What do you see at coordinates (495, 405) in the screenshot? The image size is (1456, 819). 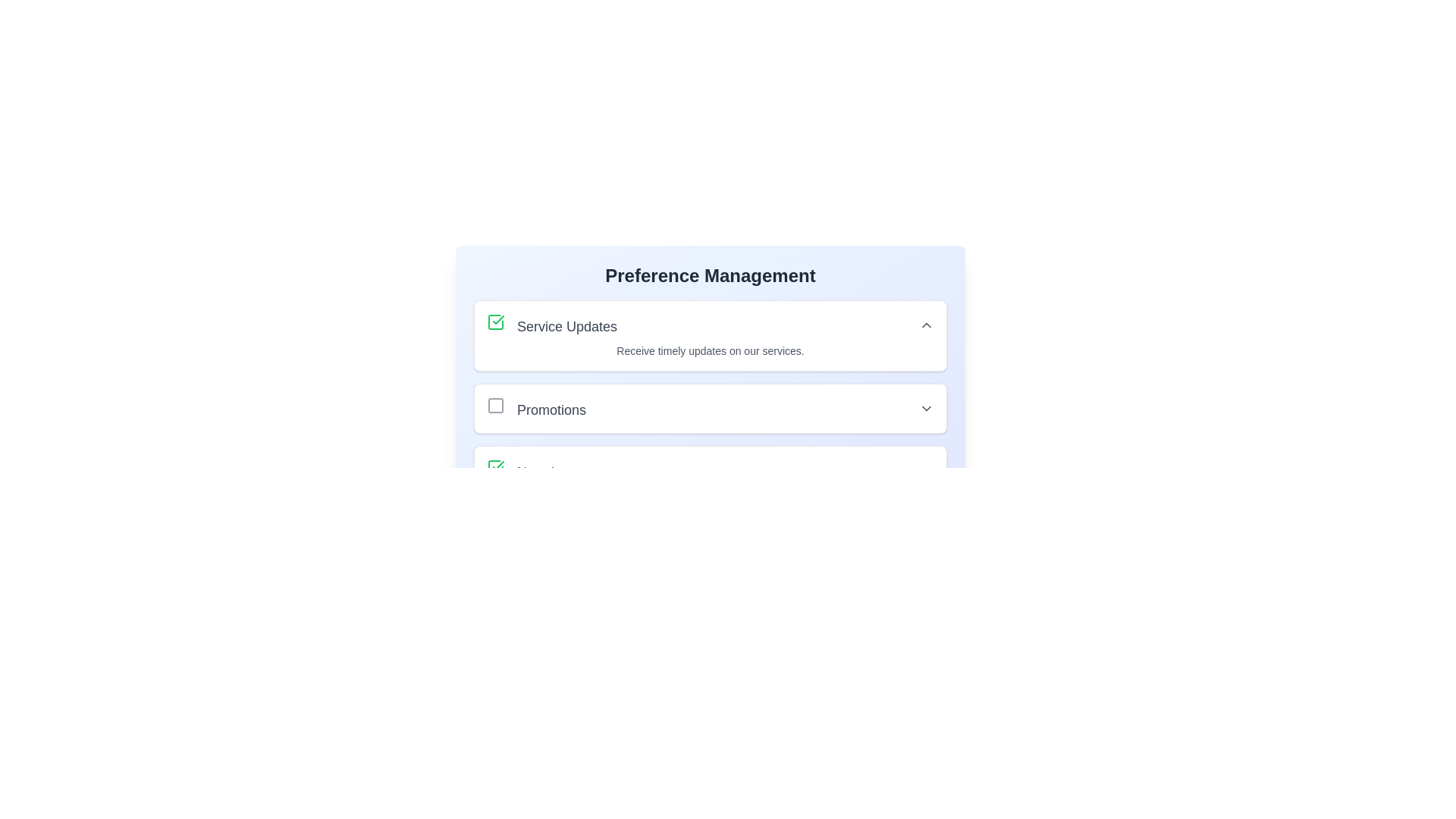 I see `the checkbox for 'Promotions' within the 'Preference Management' list` at bounding box center [495, 405].